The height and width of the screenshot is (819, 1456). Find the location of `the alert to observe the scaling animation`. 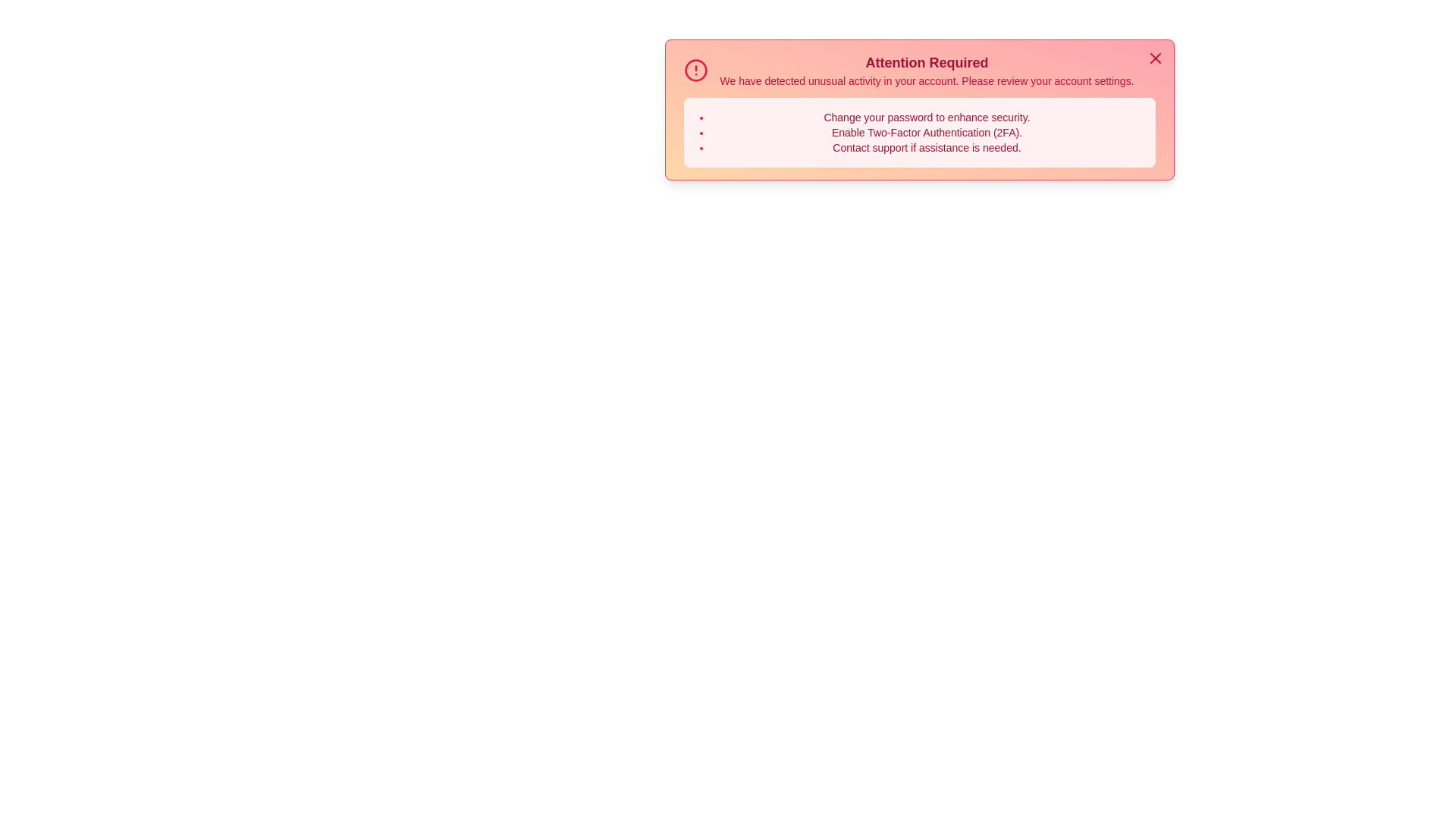

the alert to observe the scaling animation is located at coordinates (918, 109).